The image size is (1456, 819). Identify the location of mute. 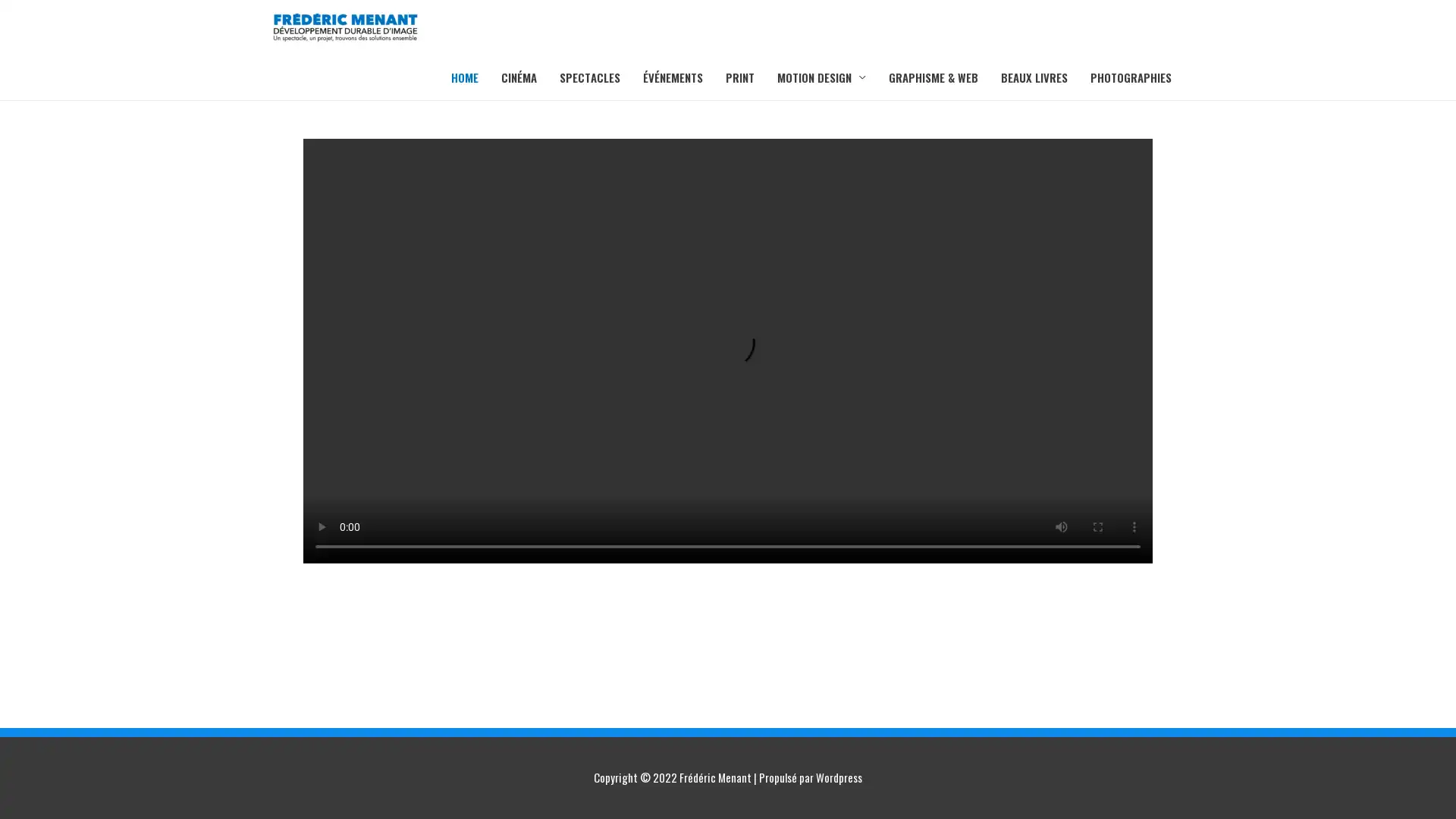
(1061, 526).